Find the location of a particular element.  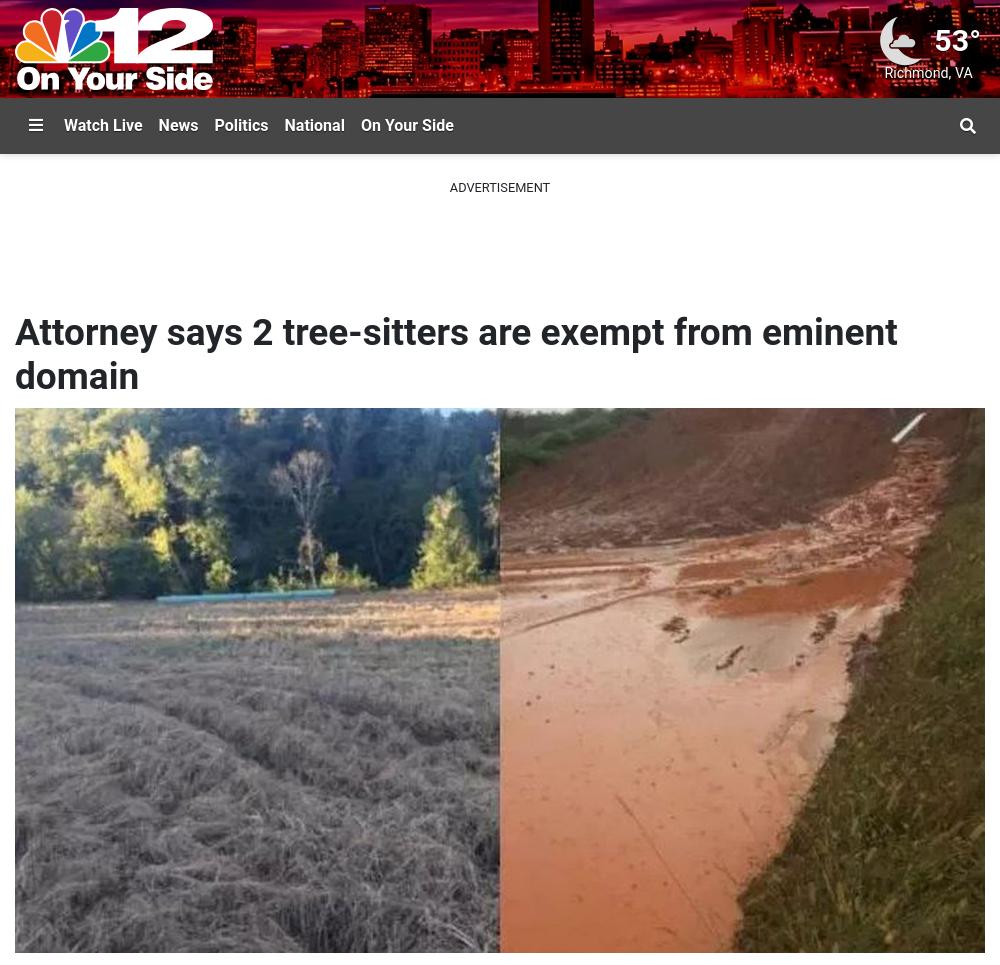

'Attorney says 2 tree-sitters are exempt from eminent domain' is located at coordinates (455, 354).